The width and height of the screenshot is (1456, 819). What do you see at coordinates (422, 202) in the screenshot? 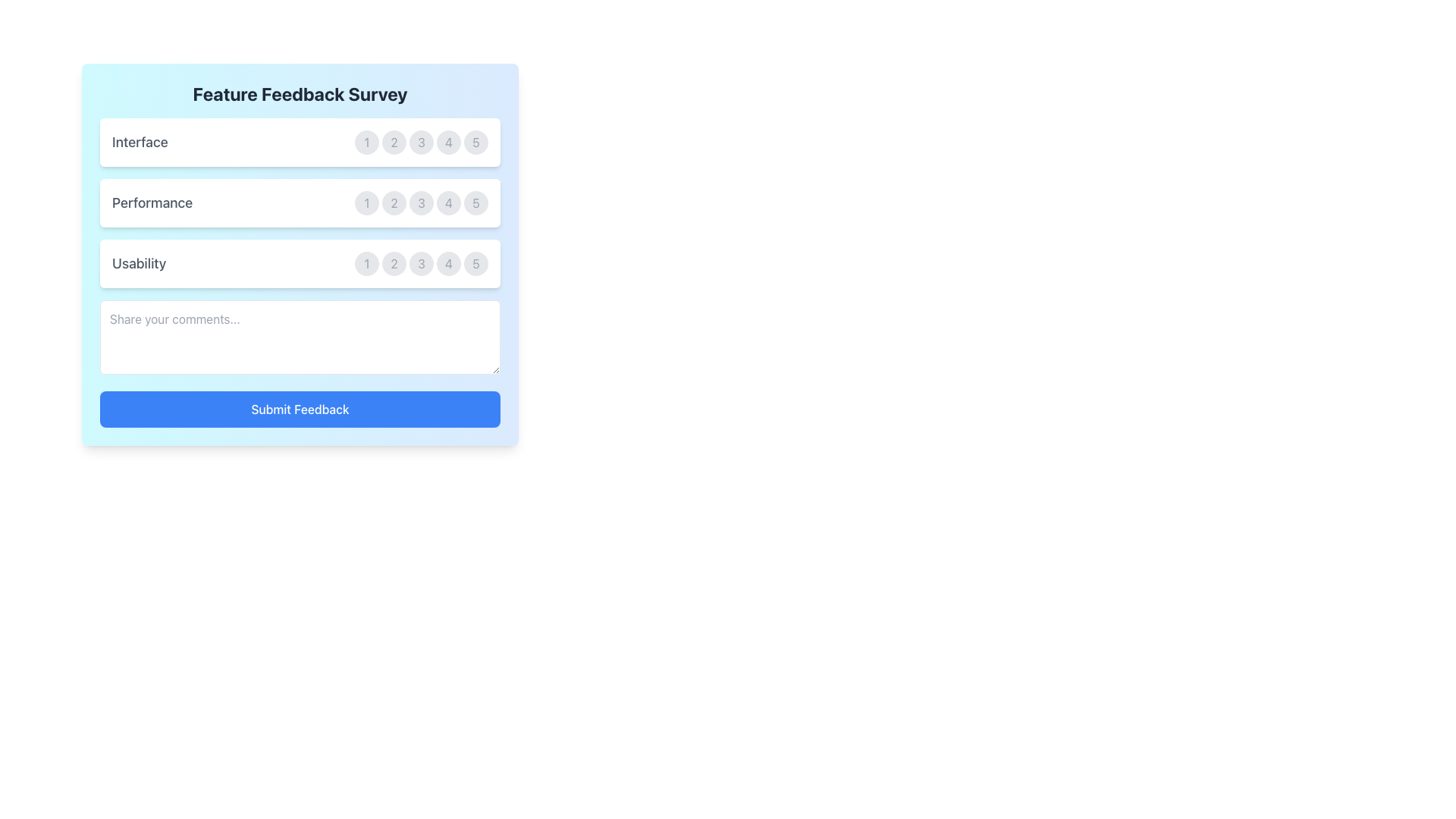
I see `the circular button labeled with the number '3' which is part of the row under the 'Performance' header` at bounding box center [422, 202].